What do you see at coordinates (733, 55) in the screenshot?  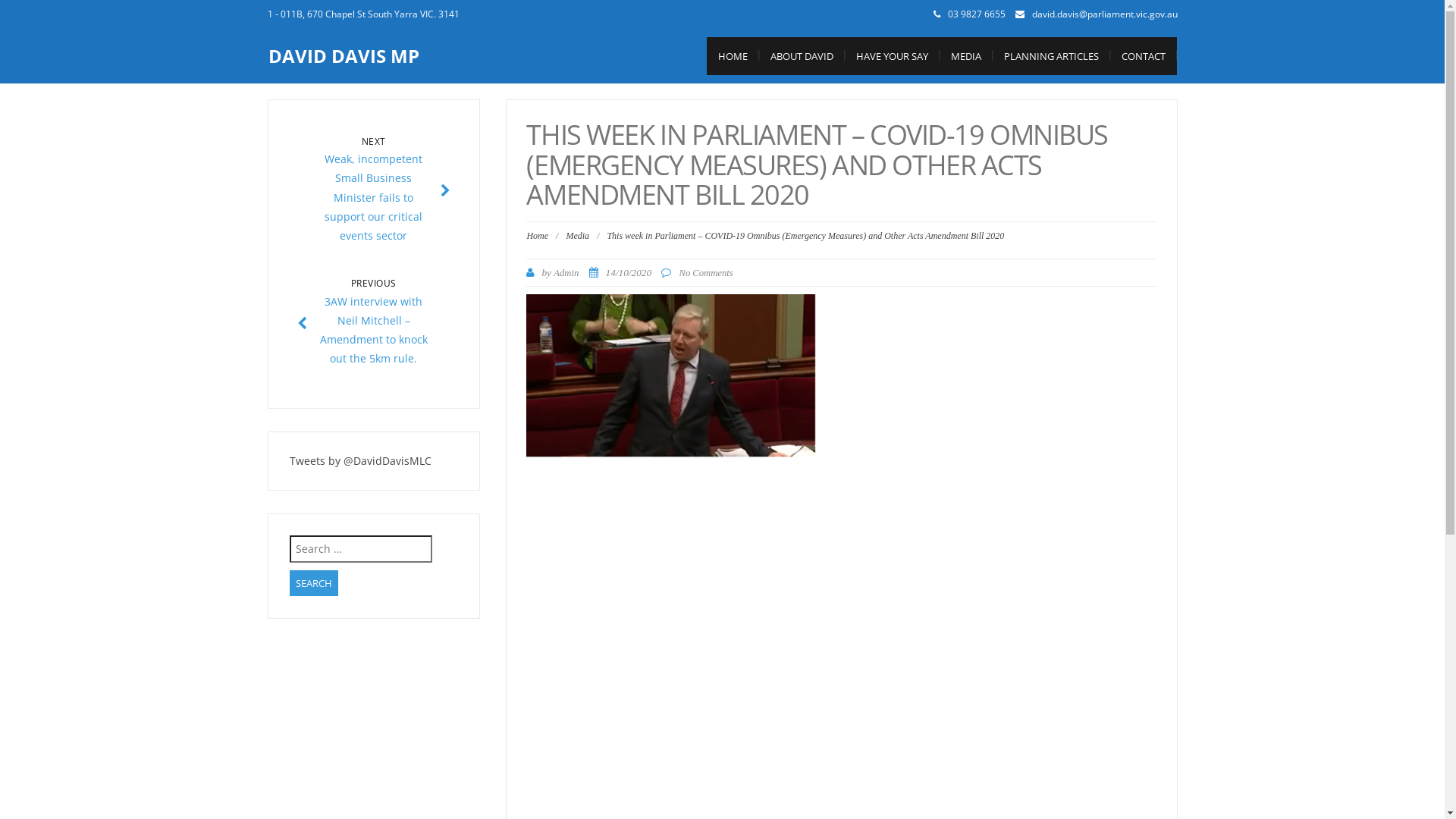 I see `'HOME'` at bounding box center [733, 55].